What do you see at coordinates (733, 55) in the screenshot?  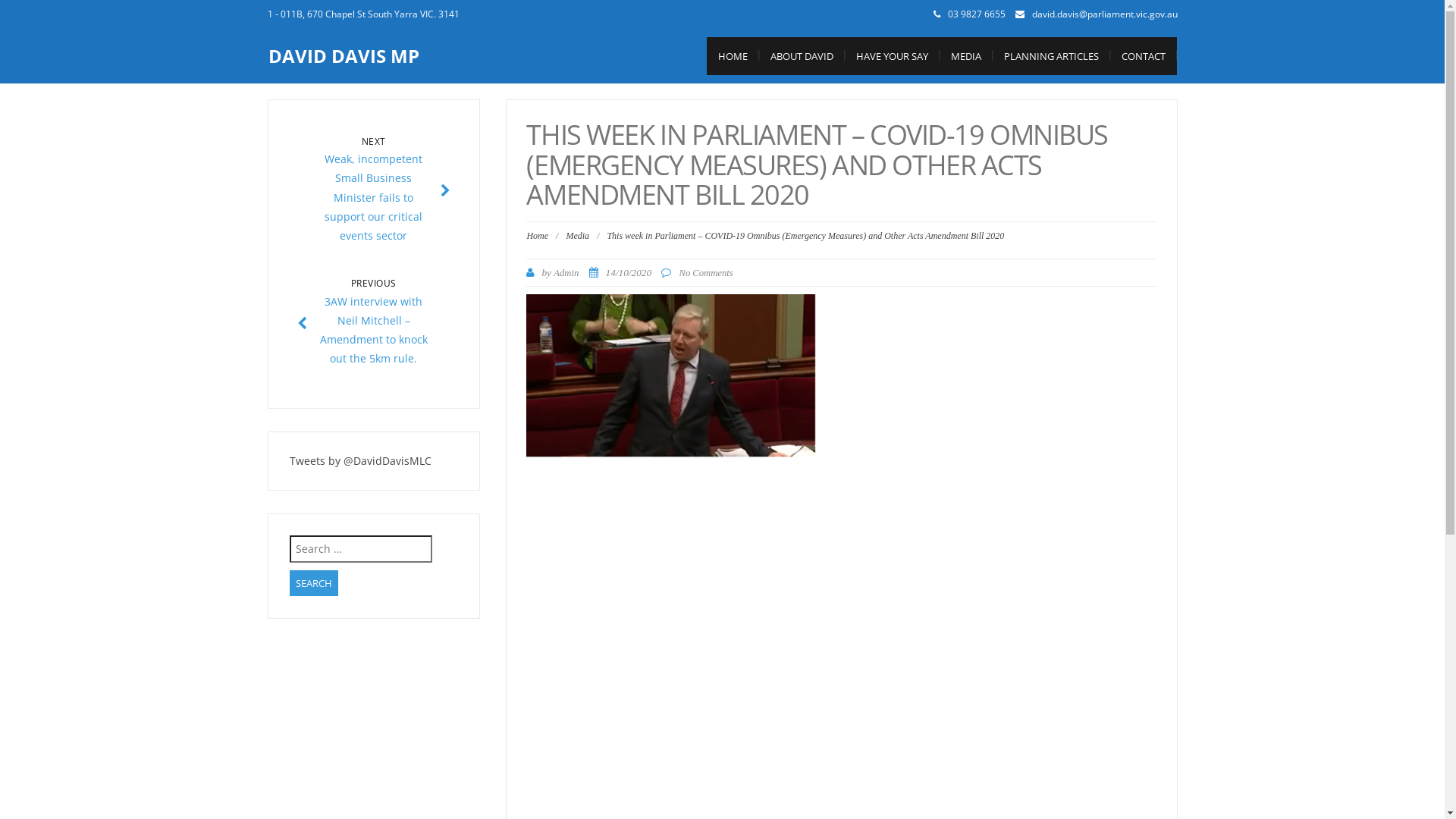 I see `'HOME'` at bounding box center [733, 55].